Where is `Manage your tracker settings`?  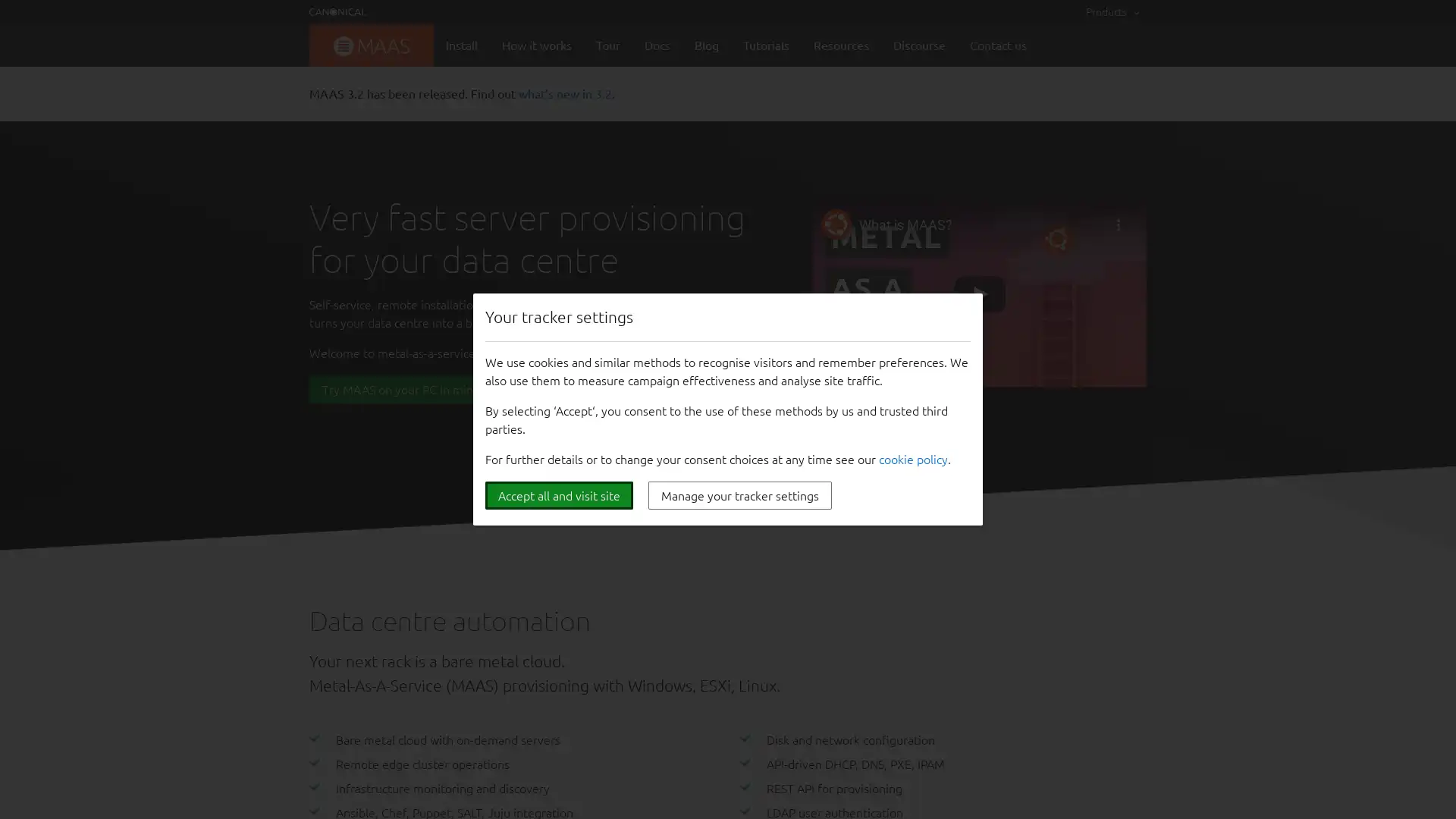
Manage your tracker settings is located at coordinates (739, 495).